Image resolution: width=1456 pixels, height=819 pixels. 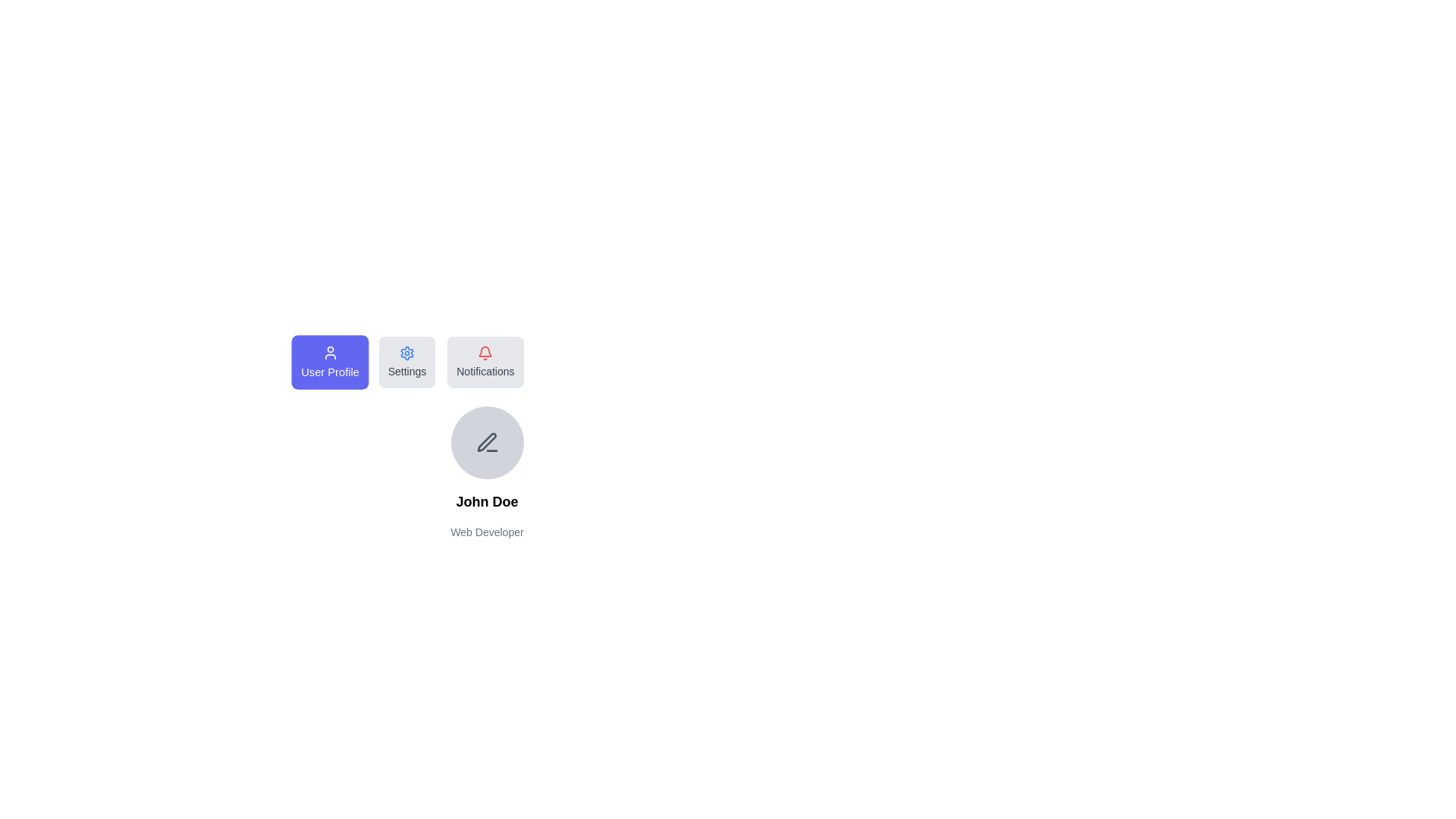 What do you see at coordinates (329, 362) in the screenshot?
I see `the leftmost button in the horizontal group of three buttons` at bounding box center [329, 362].